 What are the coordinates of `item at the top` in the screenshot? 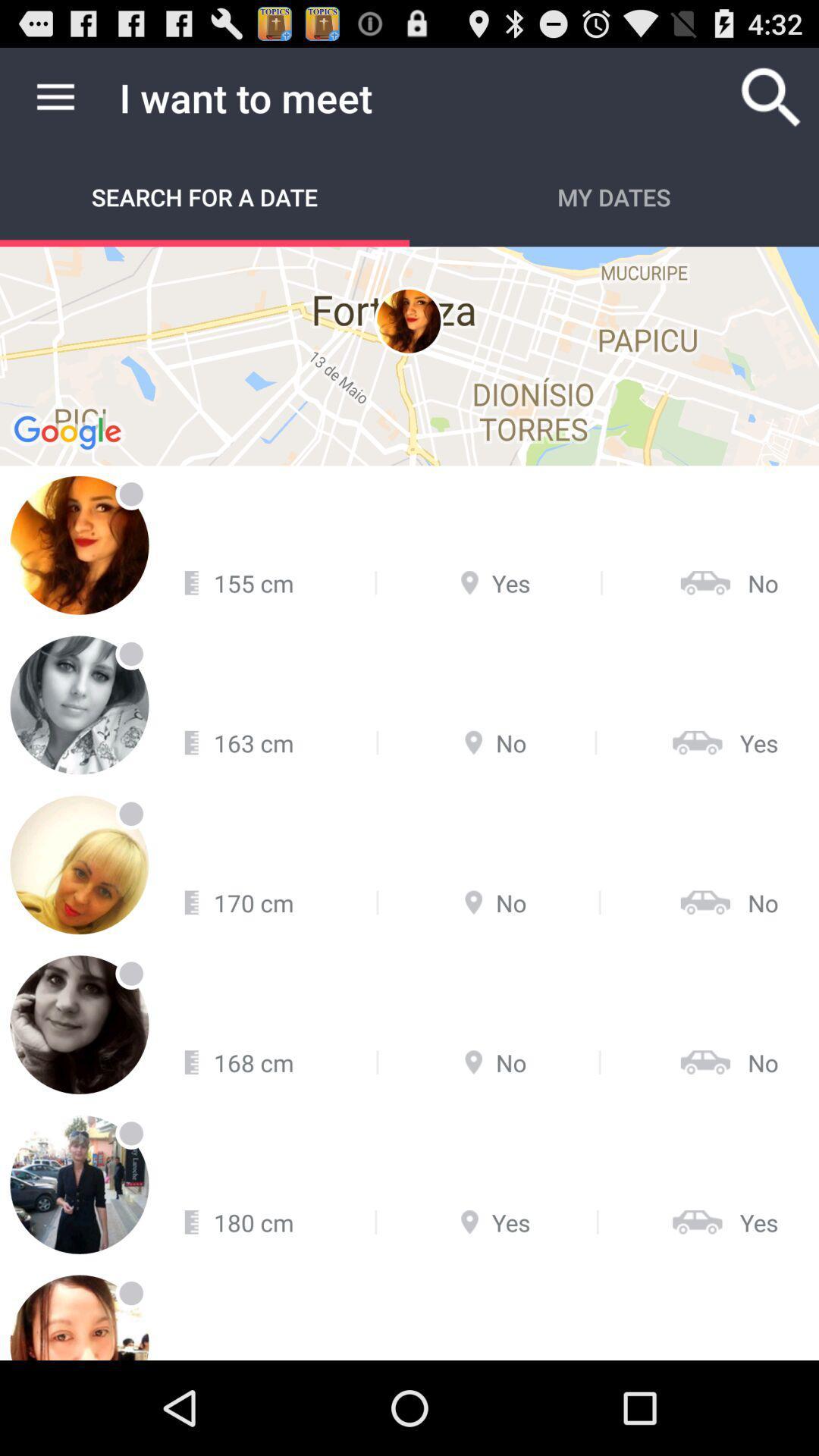 It's located at (409, 355).